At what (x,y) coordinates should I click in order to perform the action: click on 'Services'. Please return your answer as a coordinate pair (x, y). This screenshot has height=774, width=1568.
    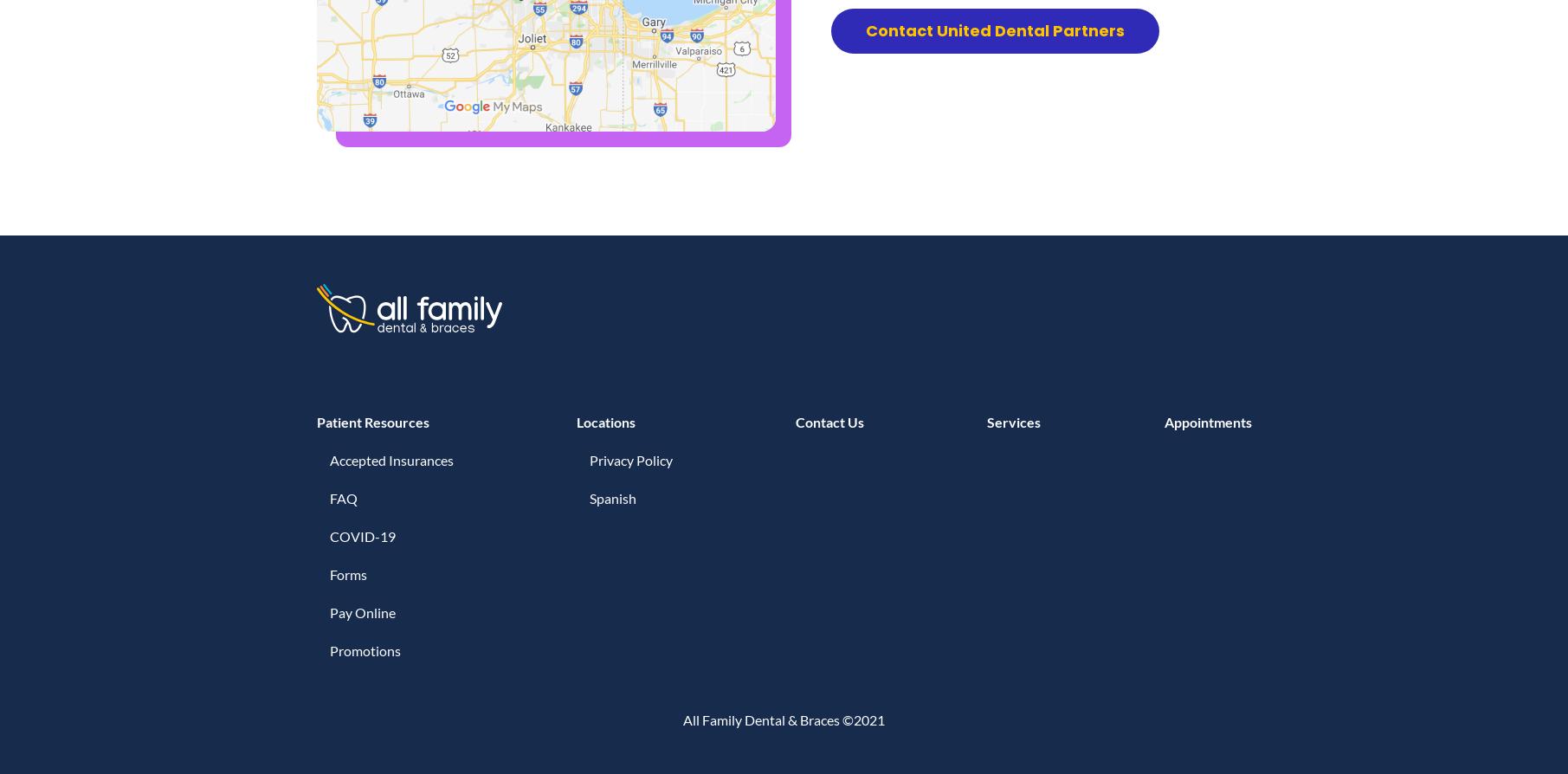
    Looking at the image, I should click on (1012, 422).